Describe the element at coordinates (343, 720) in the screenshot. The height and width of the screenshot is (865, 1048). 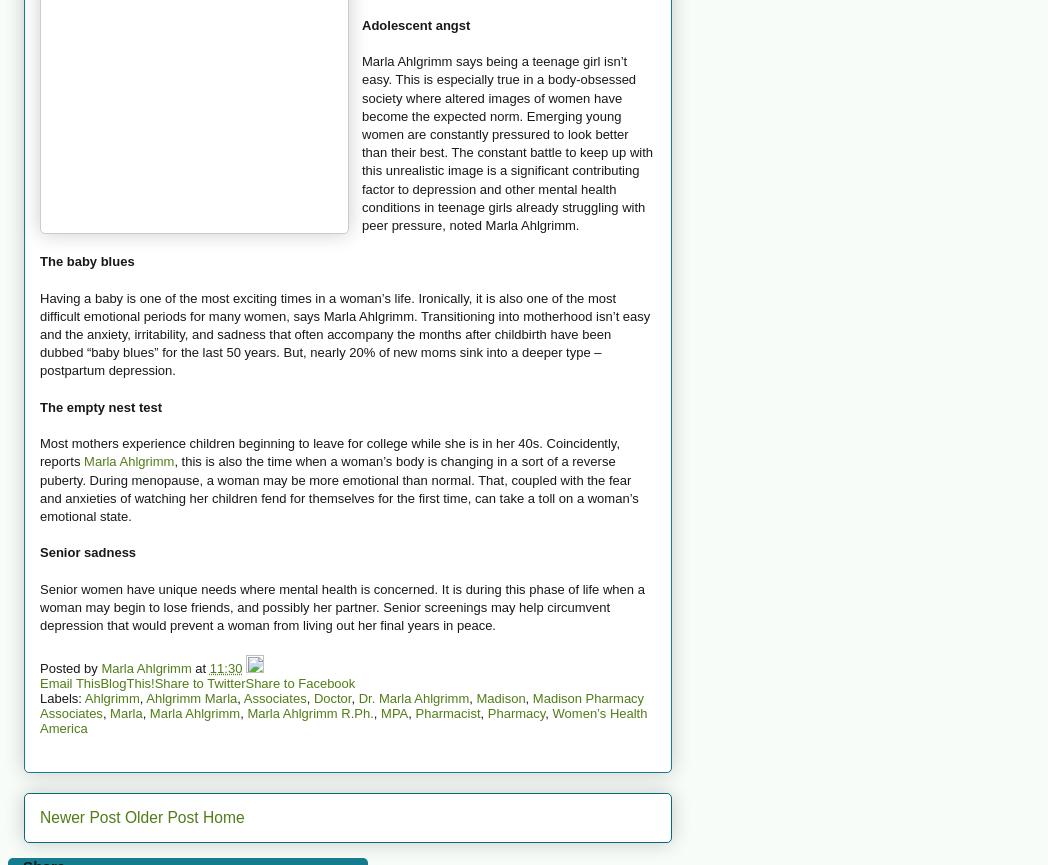
I see `'Women’s Health America'` at that location.